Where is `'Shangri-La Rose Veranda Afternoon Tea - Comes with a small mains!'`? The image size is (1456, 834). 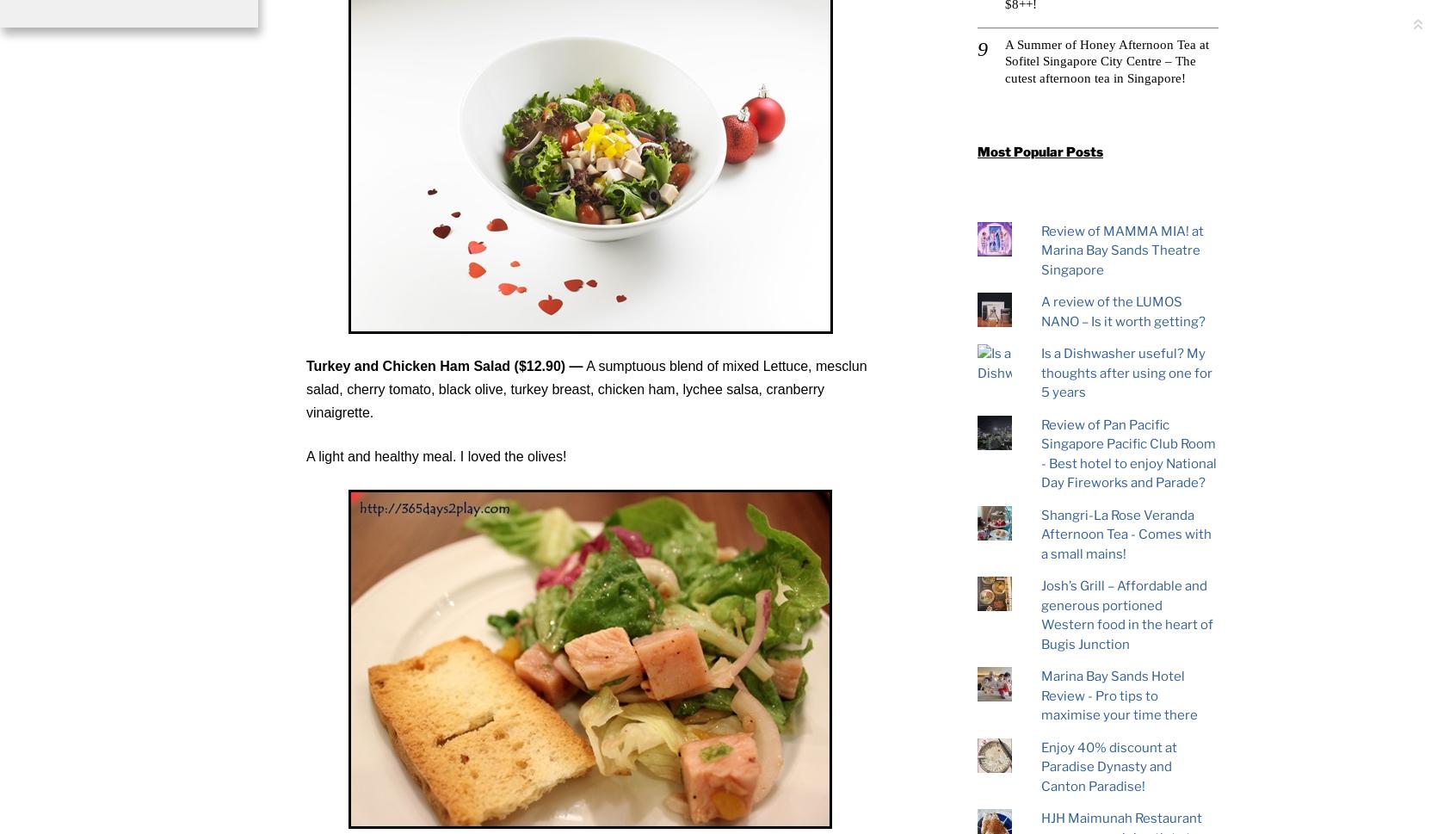 'Shangri-La Rose Veranda Afternoon Tea - Comes with a small mains!' is located at coordinates (1125, 534).